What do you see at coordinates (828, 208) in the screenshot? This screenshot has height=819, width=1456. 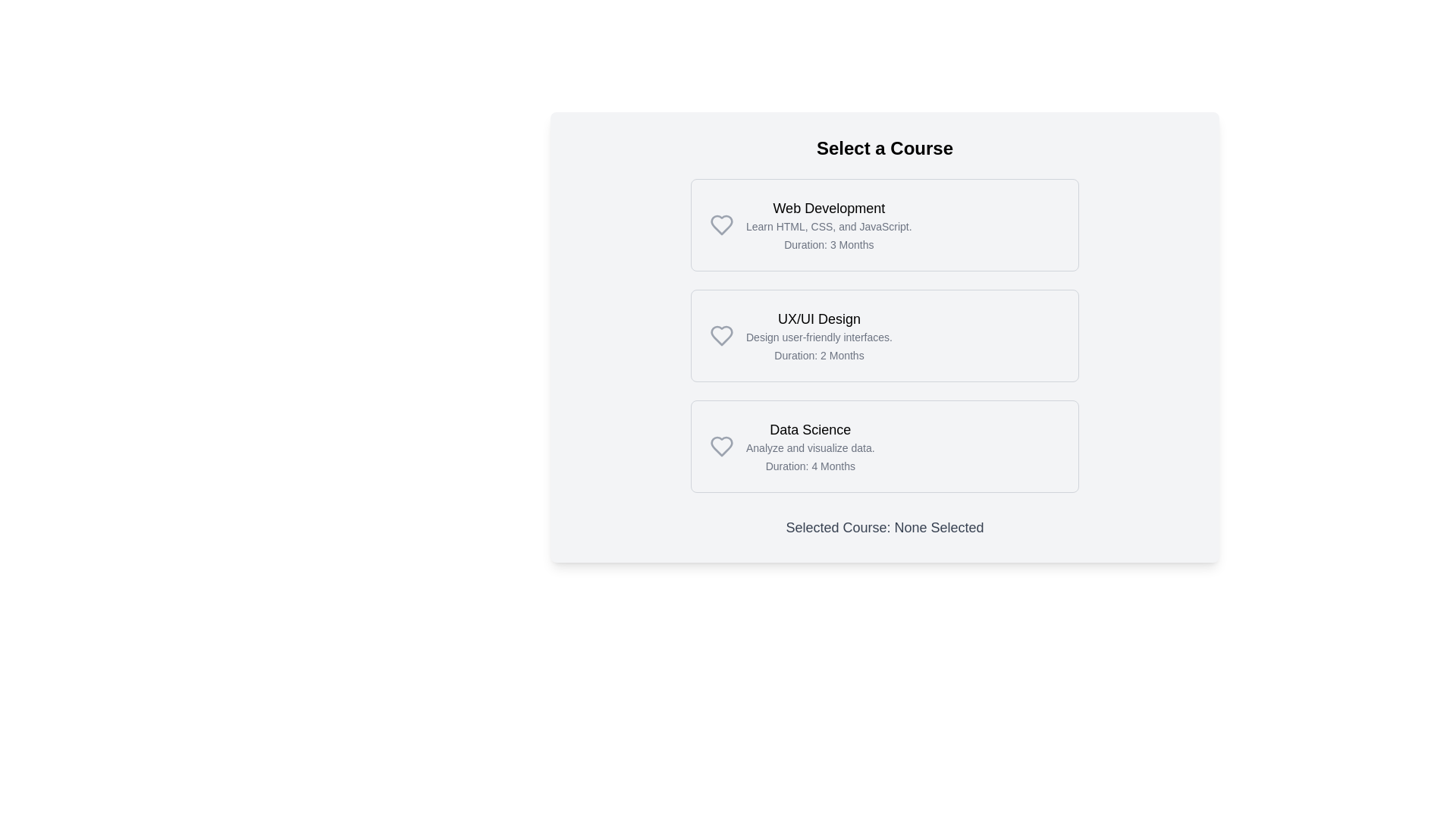 I see `the text label displaying 'Web Development', which is styled in a bold and larger font, positioned at the upper part of the list` at bounding box center [828, 208].